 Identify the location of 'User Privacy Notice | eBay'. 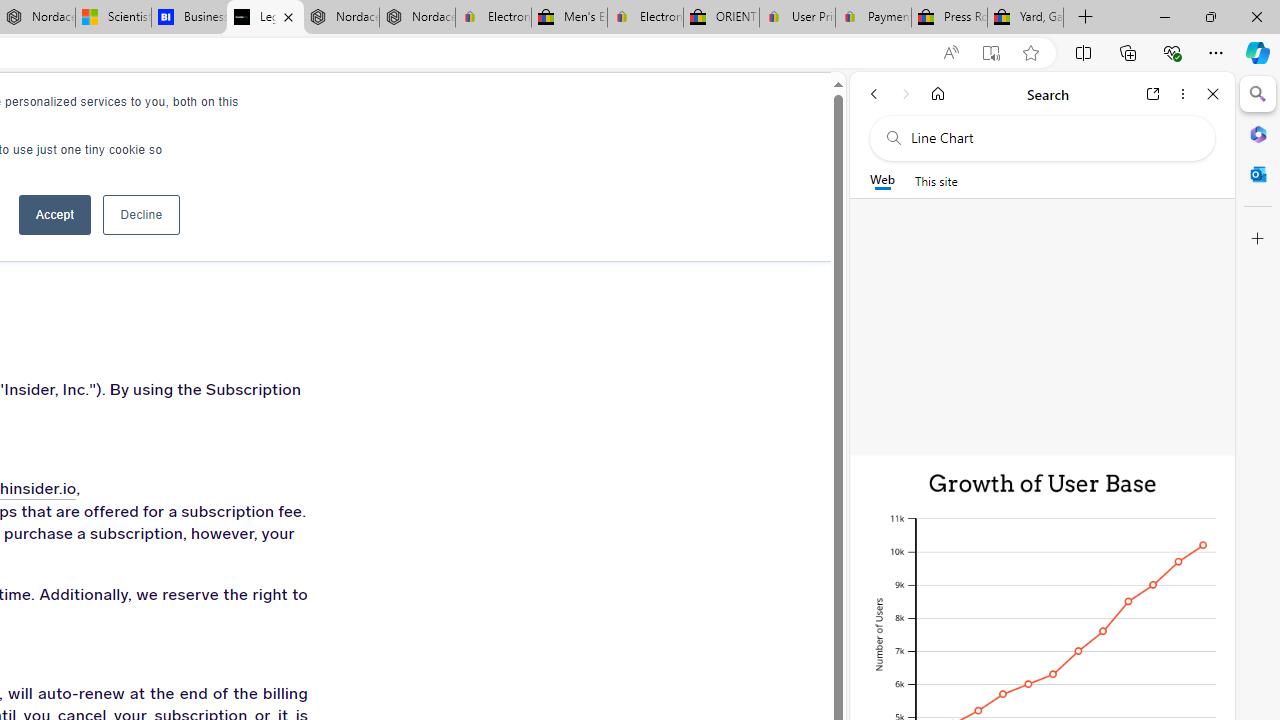
(796, 17).